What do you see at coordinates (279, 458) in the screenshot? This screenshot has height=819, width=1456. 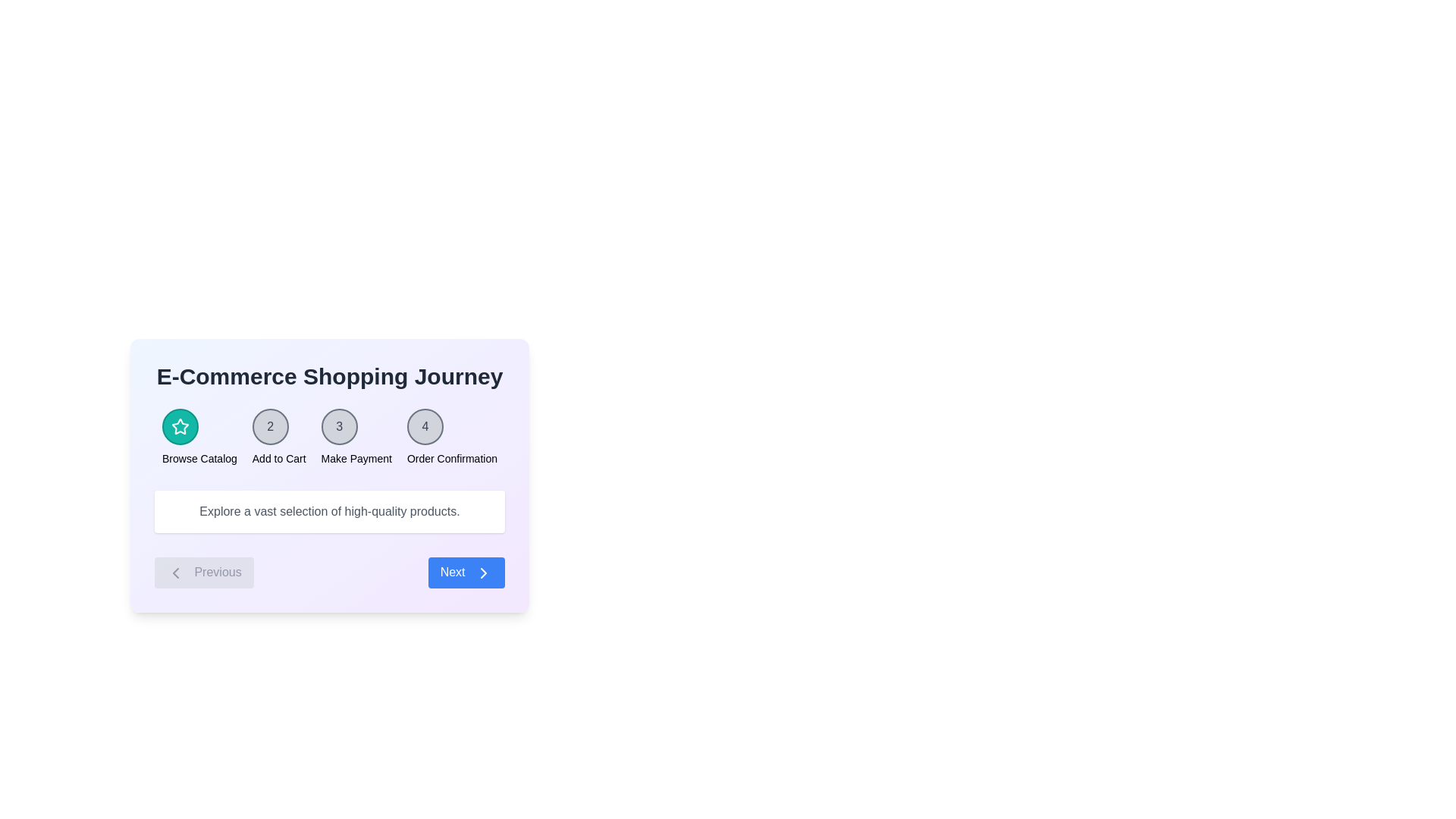 I see `the 'Add to Cart' text label, which is part of the second step in the E-Commerce Shopping Journey interface, located beneath the circle marked with the number '2'` at bounding box center [279, 458].